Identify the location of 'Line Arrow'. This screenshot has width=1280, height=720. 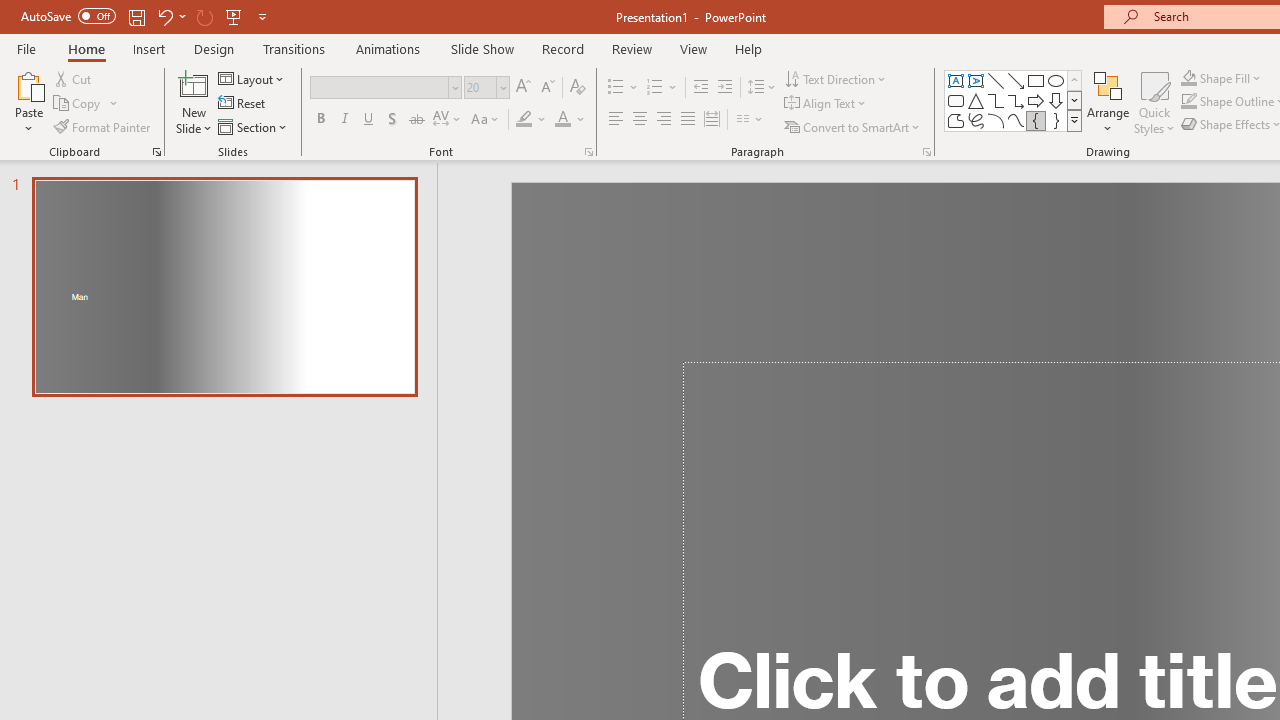
(1016, 80).